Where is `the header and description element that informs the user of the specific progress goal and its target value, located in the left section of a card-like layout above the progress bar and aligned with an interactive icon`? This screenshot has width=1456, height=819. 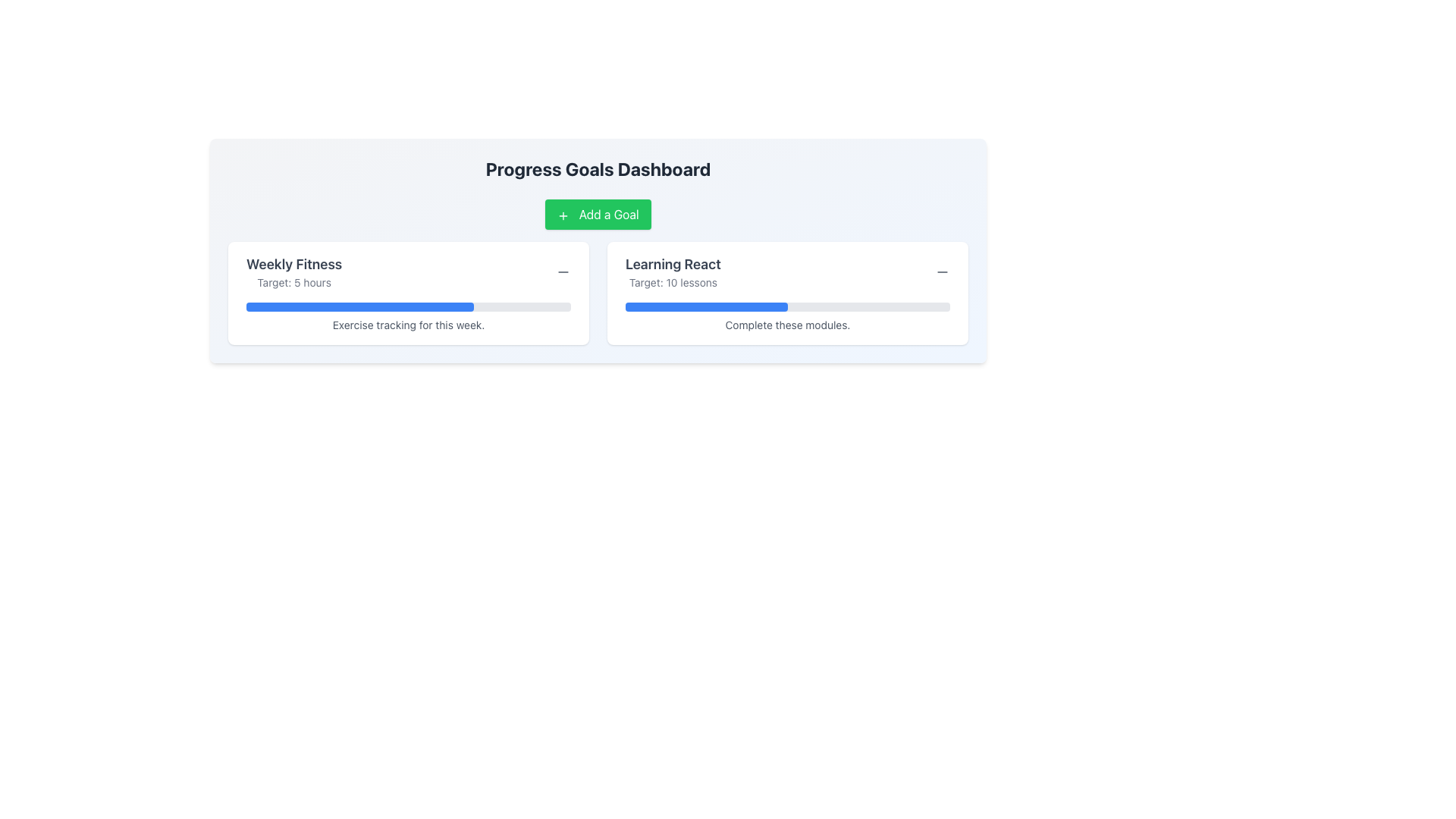 the header and description element that informs the user of the specific progress goal and its target value, located in the left section of a card-like layout above the progress bar and aligned with an interactive icon is located at coordinates (294, 271).